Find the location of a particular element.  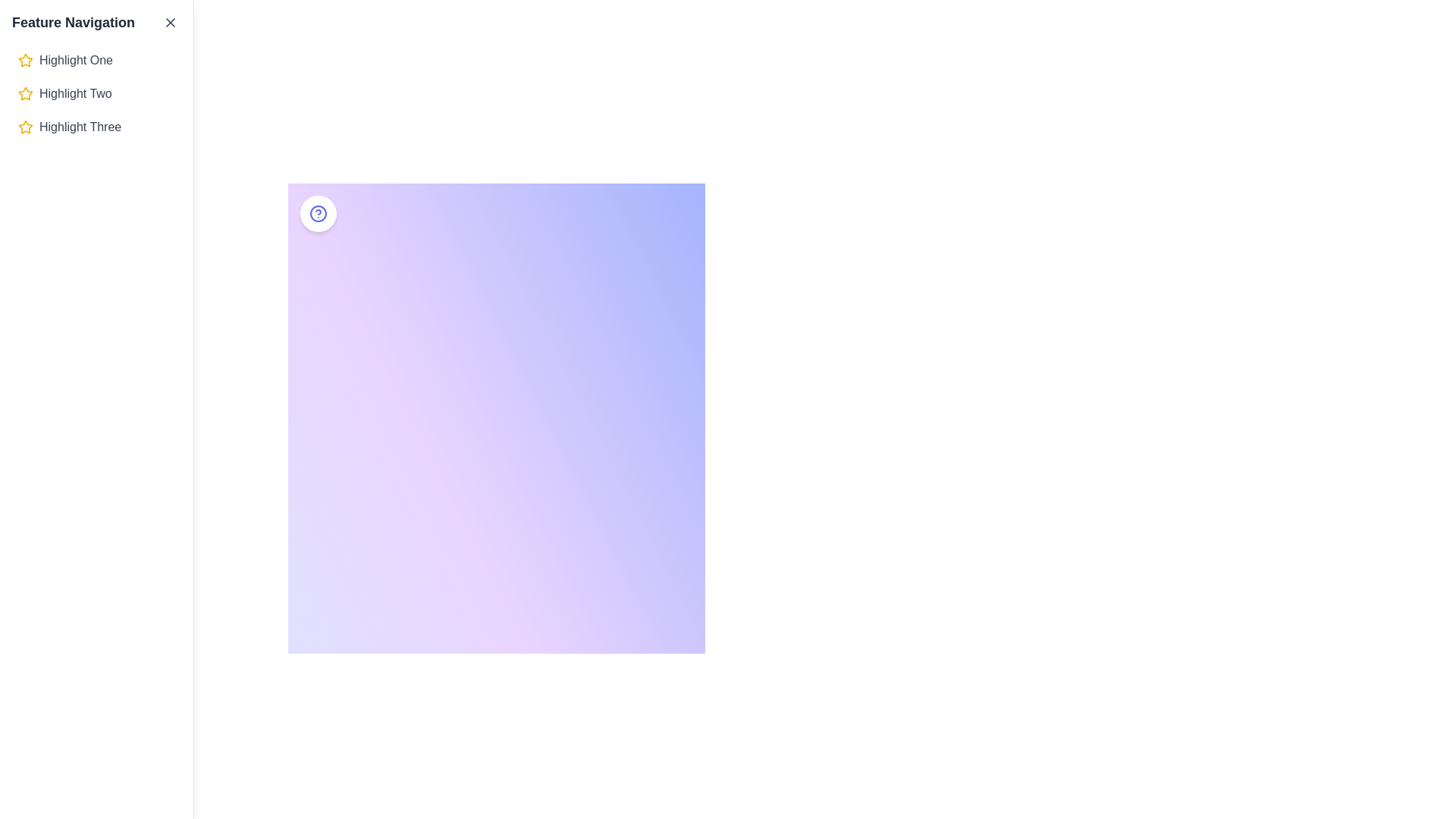

the 'Highlight One' list item, which features a yellow star icon on the left and dark styled text is located at coordinates (96, 60).